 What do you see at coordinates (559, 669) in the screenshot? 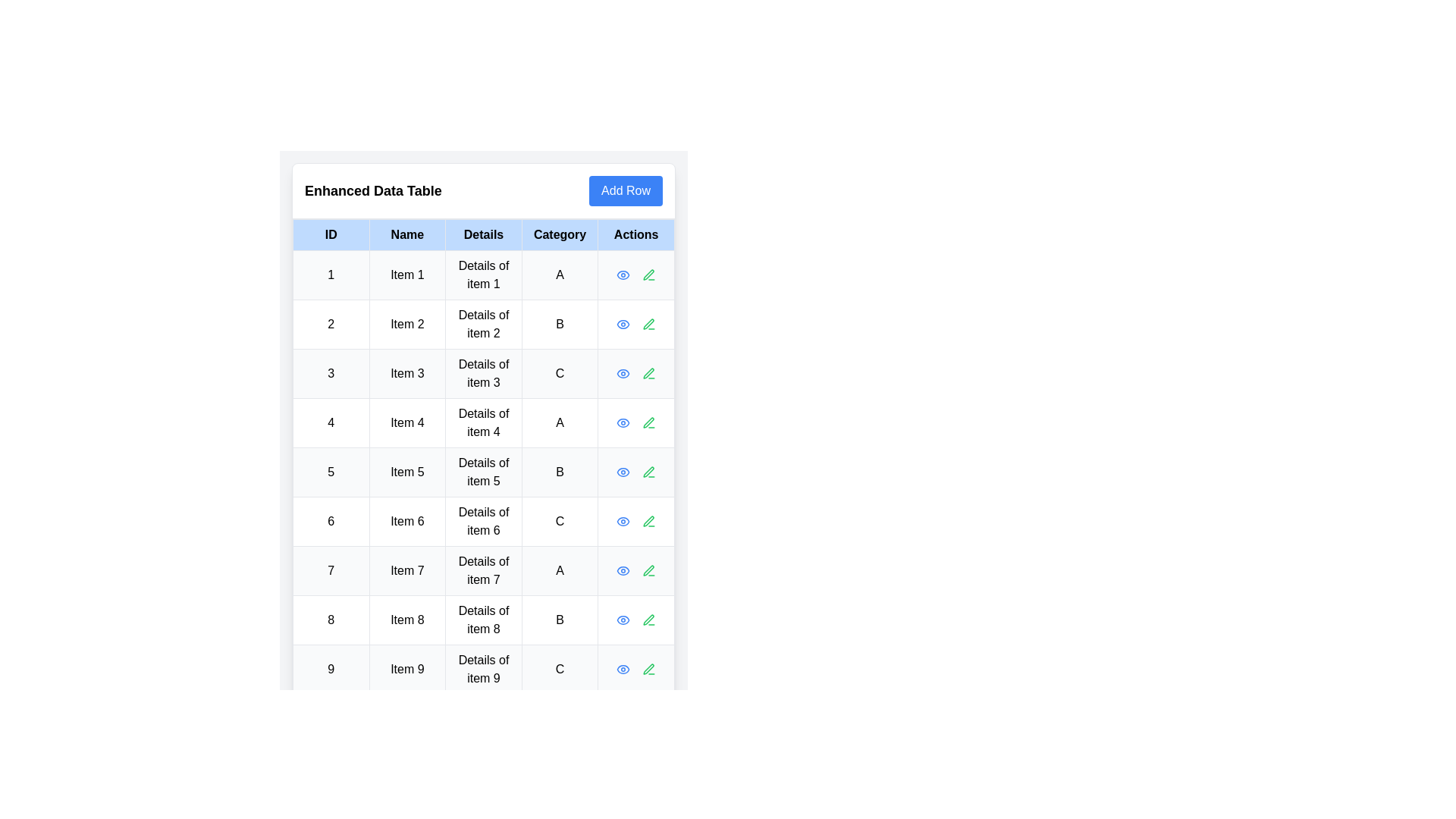
I see `the static text element representing a category value in the fourth cell of the last row of the table, which provides categorical information` at bounding box center [559, 669].